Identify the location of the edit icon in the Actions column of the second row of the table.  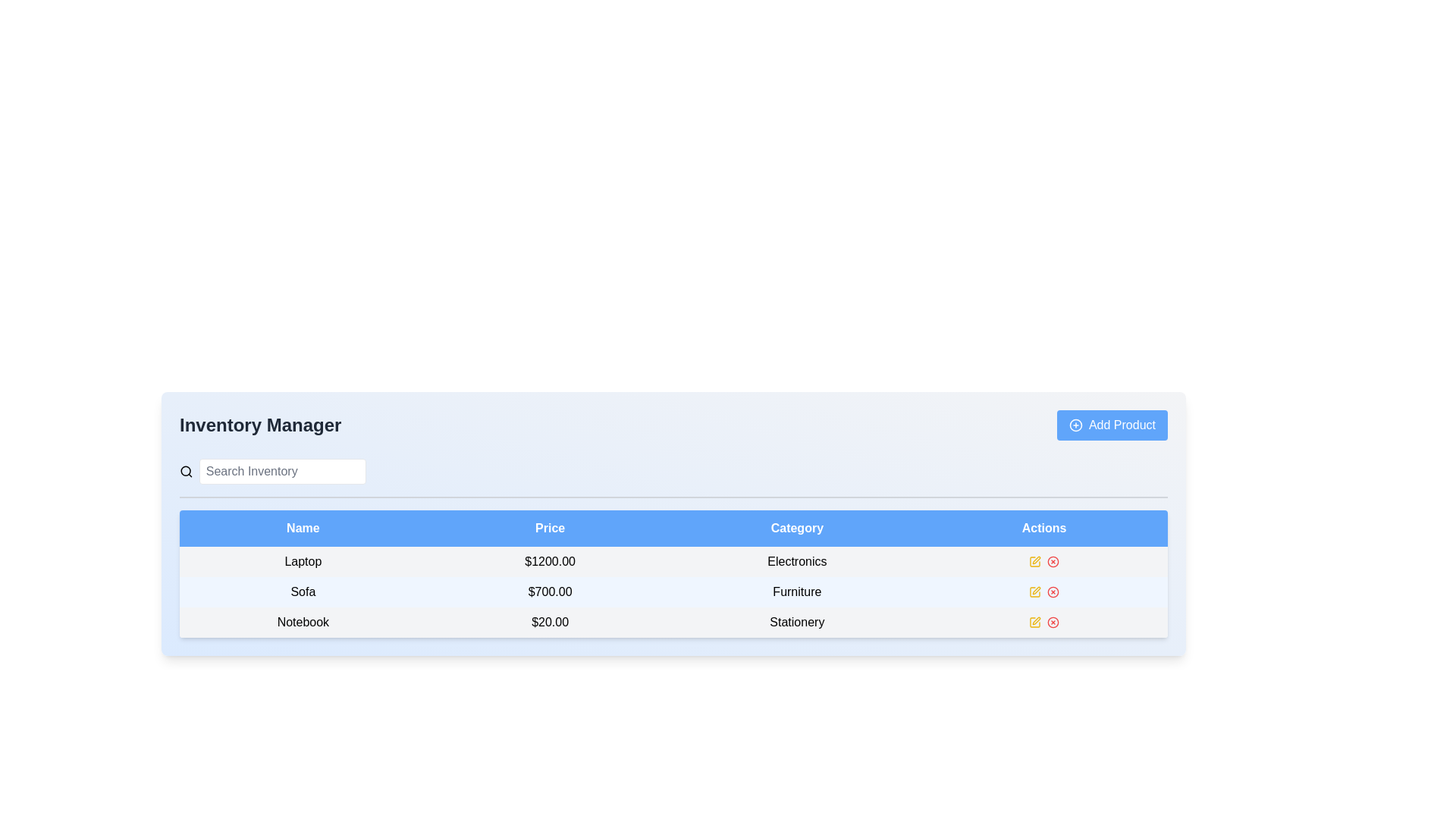
(1034, 591).